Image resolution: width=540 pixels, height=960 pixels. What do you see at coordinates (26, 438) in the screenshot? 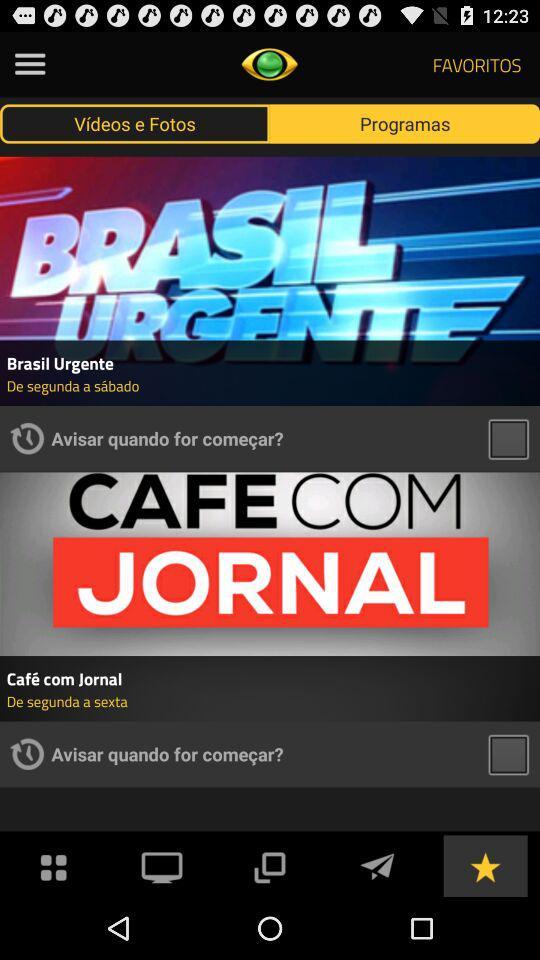
I see `the item to the left of avisar quando for item` at bounding box center [26, 438].